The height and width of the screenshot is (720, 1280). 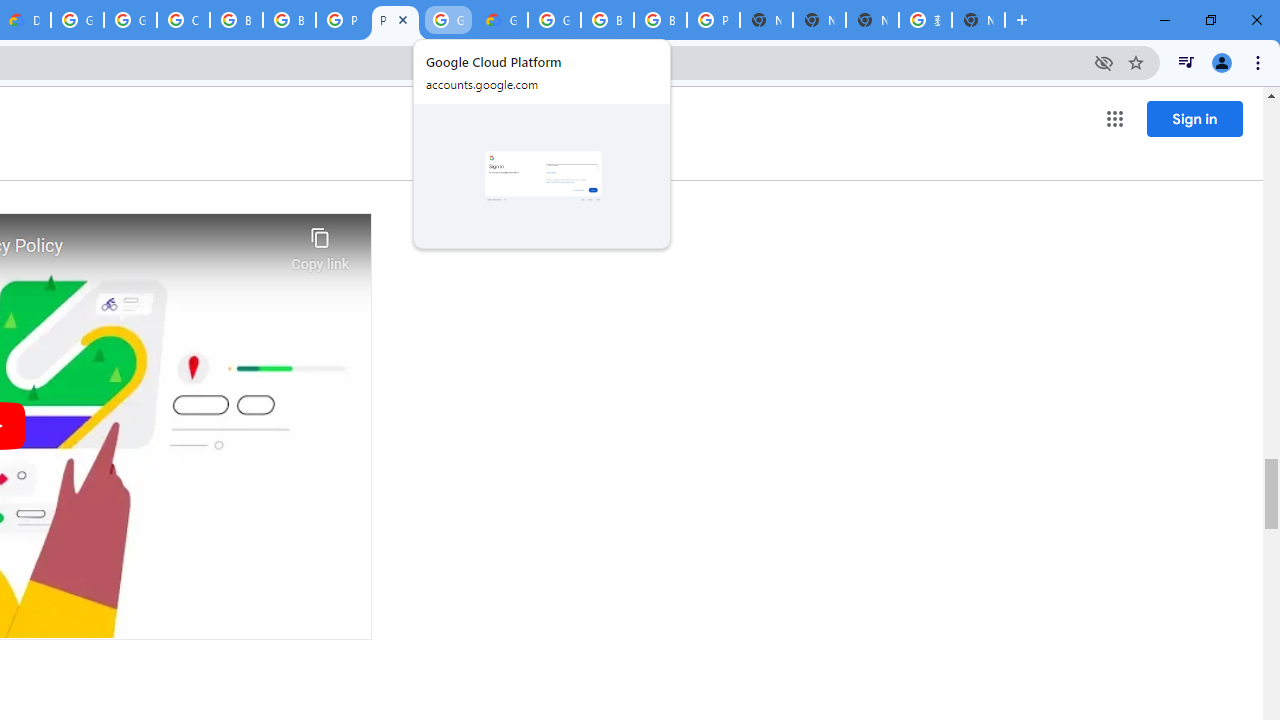 I want to click on 'Third-party cookies blocked', so click(x=1103, y=61).